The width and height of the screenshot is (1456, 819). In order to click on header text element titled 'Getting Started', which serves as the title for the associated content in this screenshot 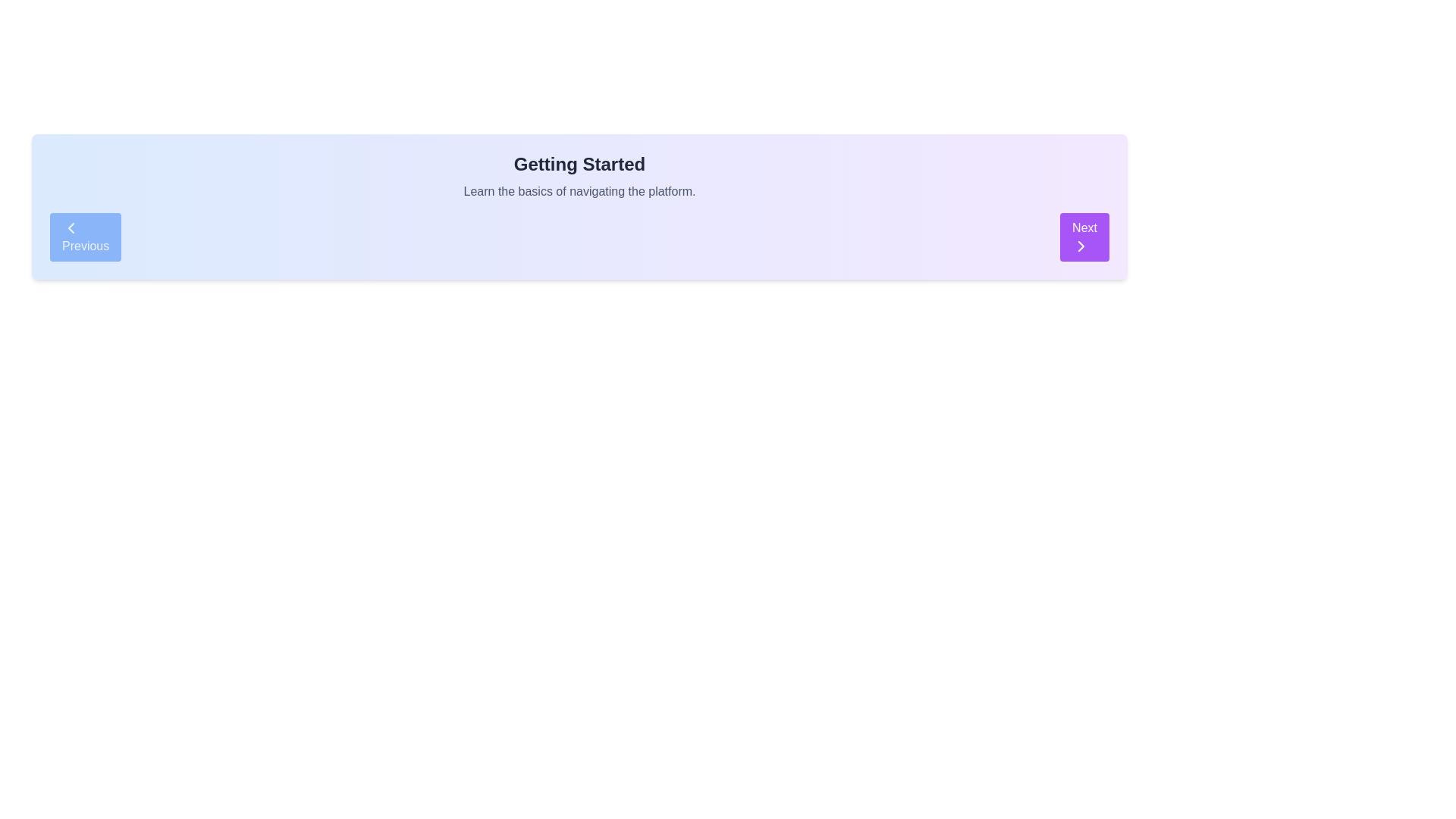, I will do `click(579, 164)`.